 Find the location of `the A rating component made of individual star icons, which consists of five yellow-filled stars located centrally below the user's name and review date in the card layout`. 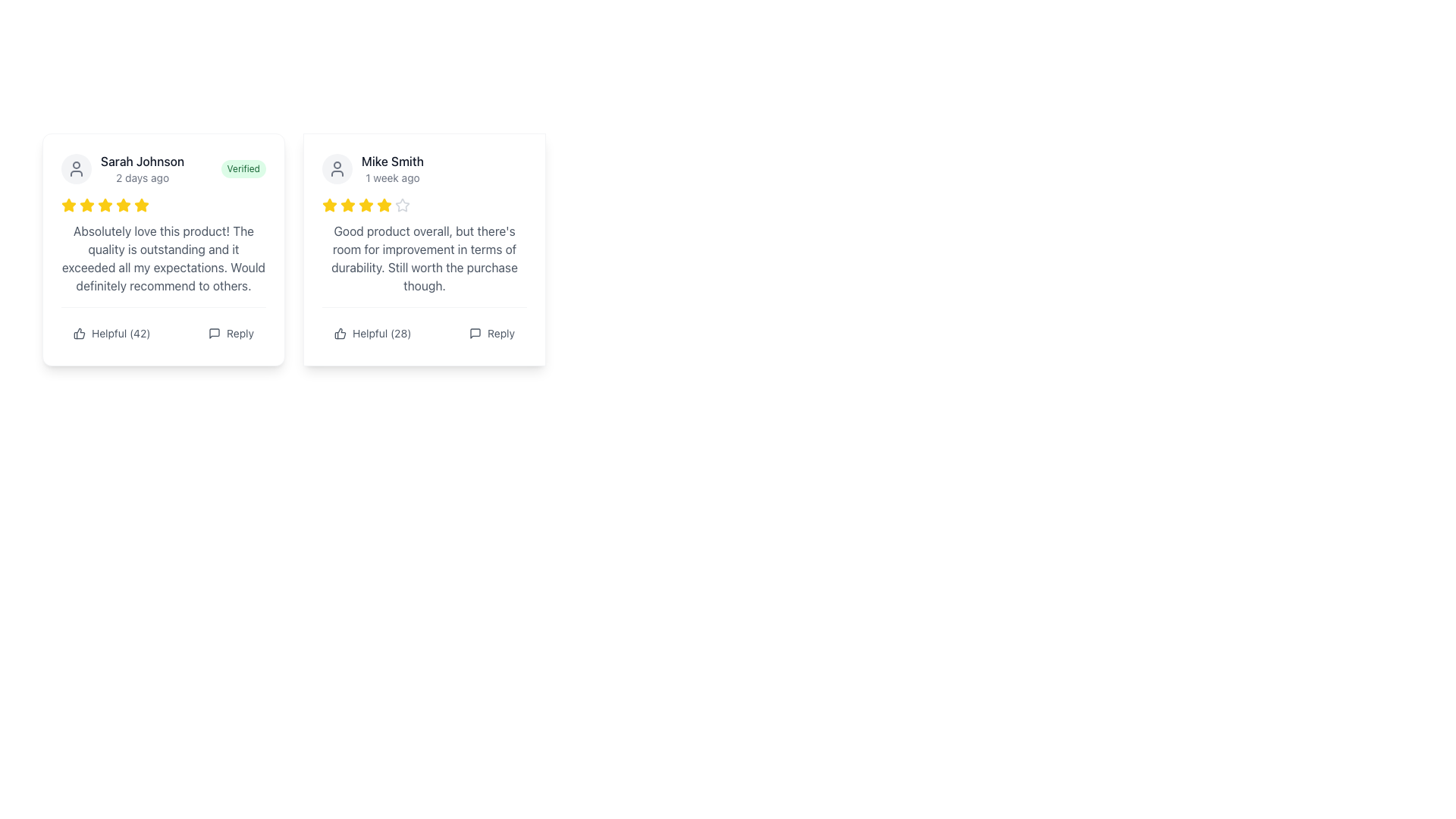

the A rating component made of individual star icons, which consists of five yellow-filled stars located centrally below the user's name and review date in the card layout is located at coordinates (164, 205).